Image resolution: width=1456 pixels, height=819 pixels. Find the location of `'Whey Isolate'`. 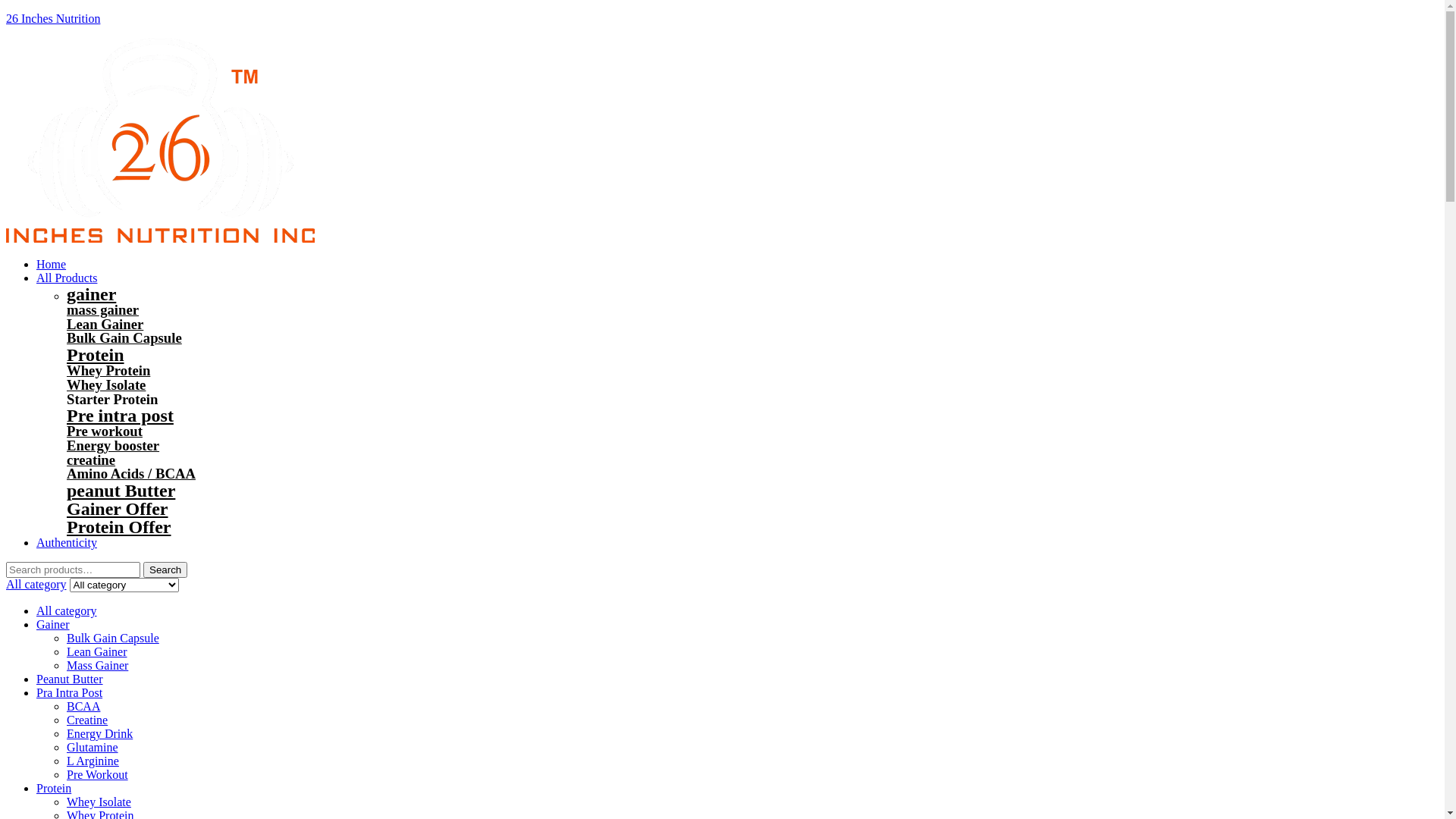

'Whey Isolate' is located at coordinates (65, 801).